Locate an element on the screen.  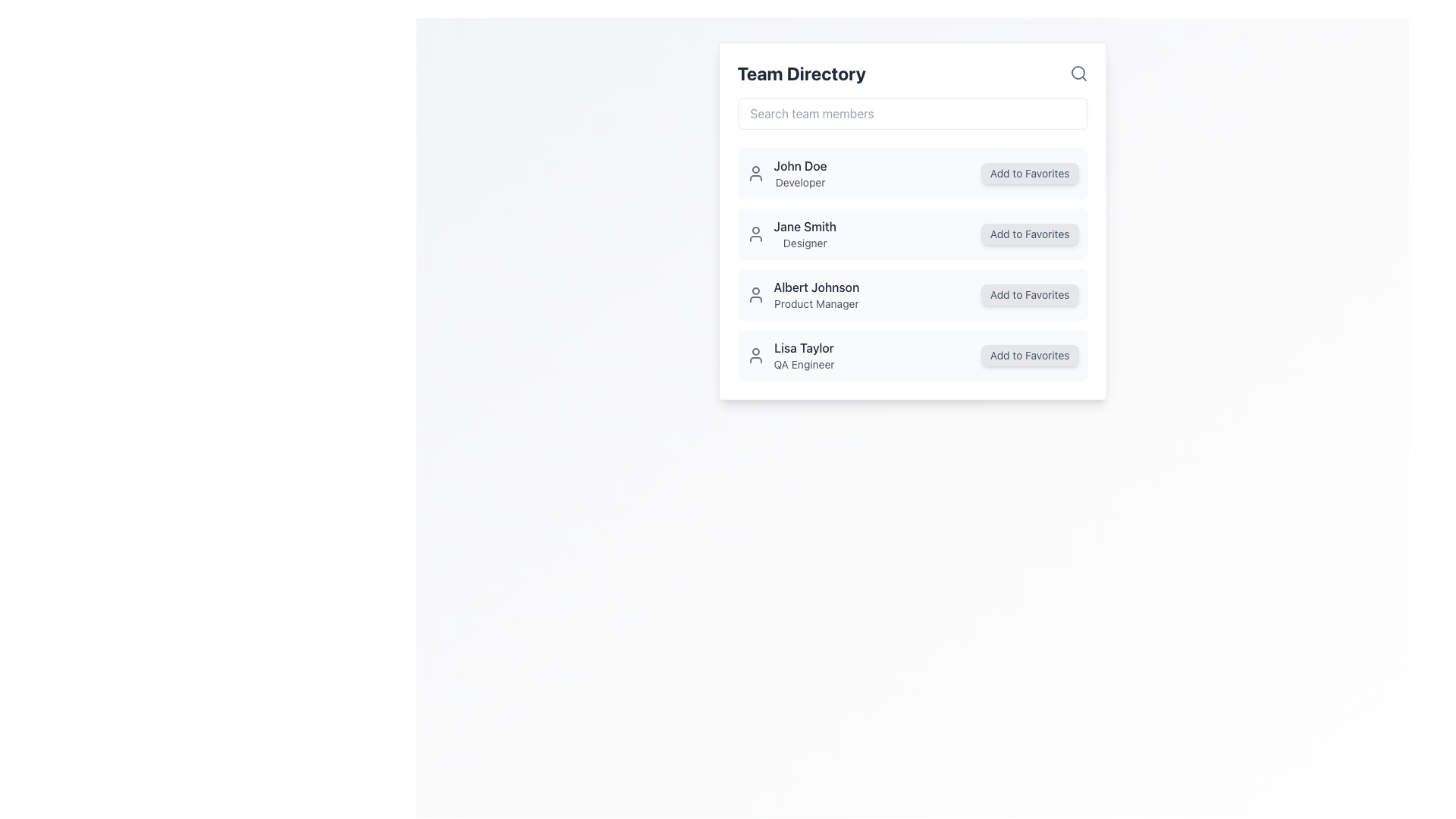
the fourth item in the vertically aligned list of the 'Team Directory' interface, which displays the name and role of a team member is located at coordinates (803, 356).